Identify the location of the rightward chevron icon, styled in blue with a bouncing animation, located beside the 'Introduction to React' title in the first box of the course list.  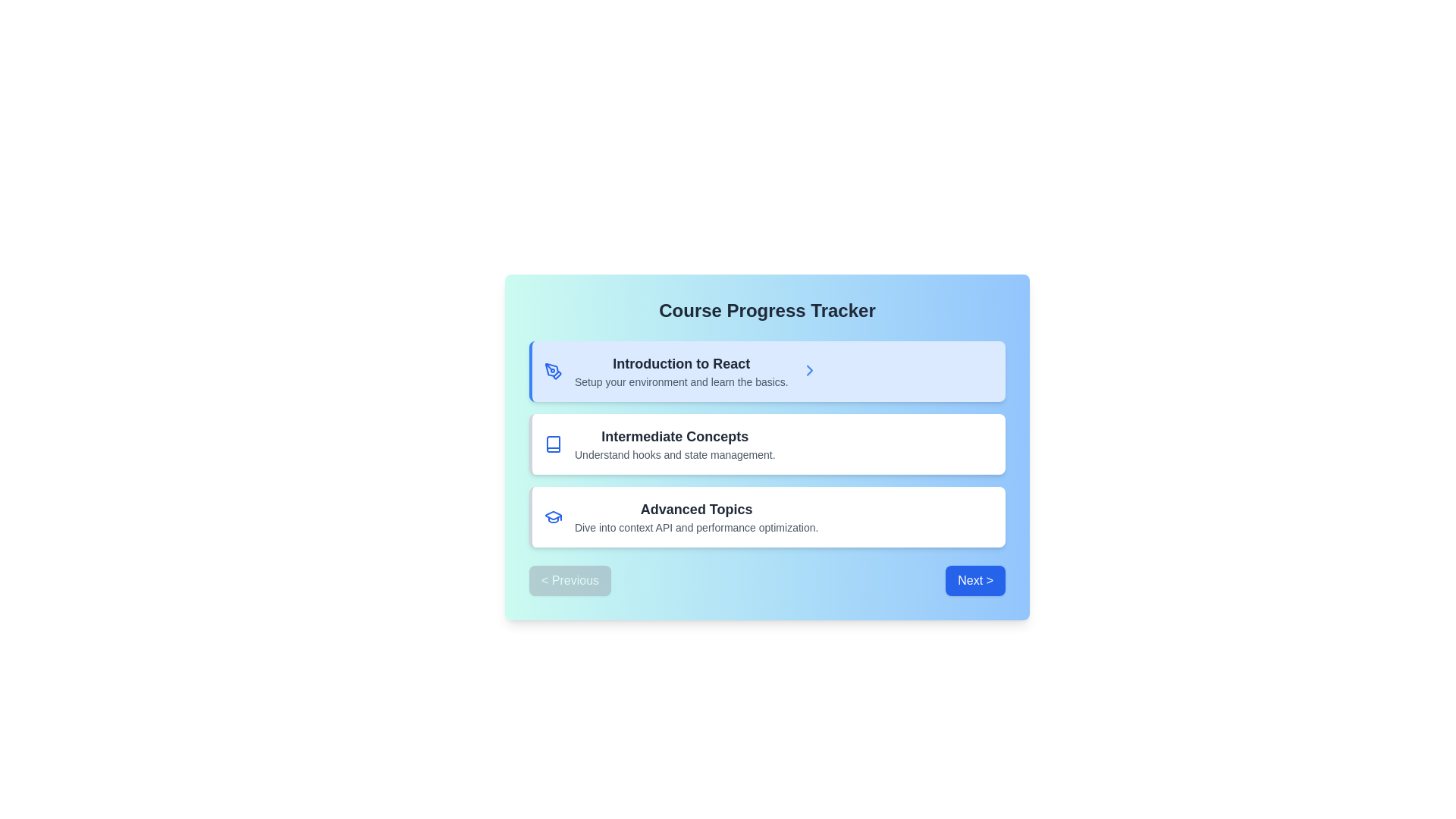
(808, 370).